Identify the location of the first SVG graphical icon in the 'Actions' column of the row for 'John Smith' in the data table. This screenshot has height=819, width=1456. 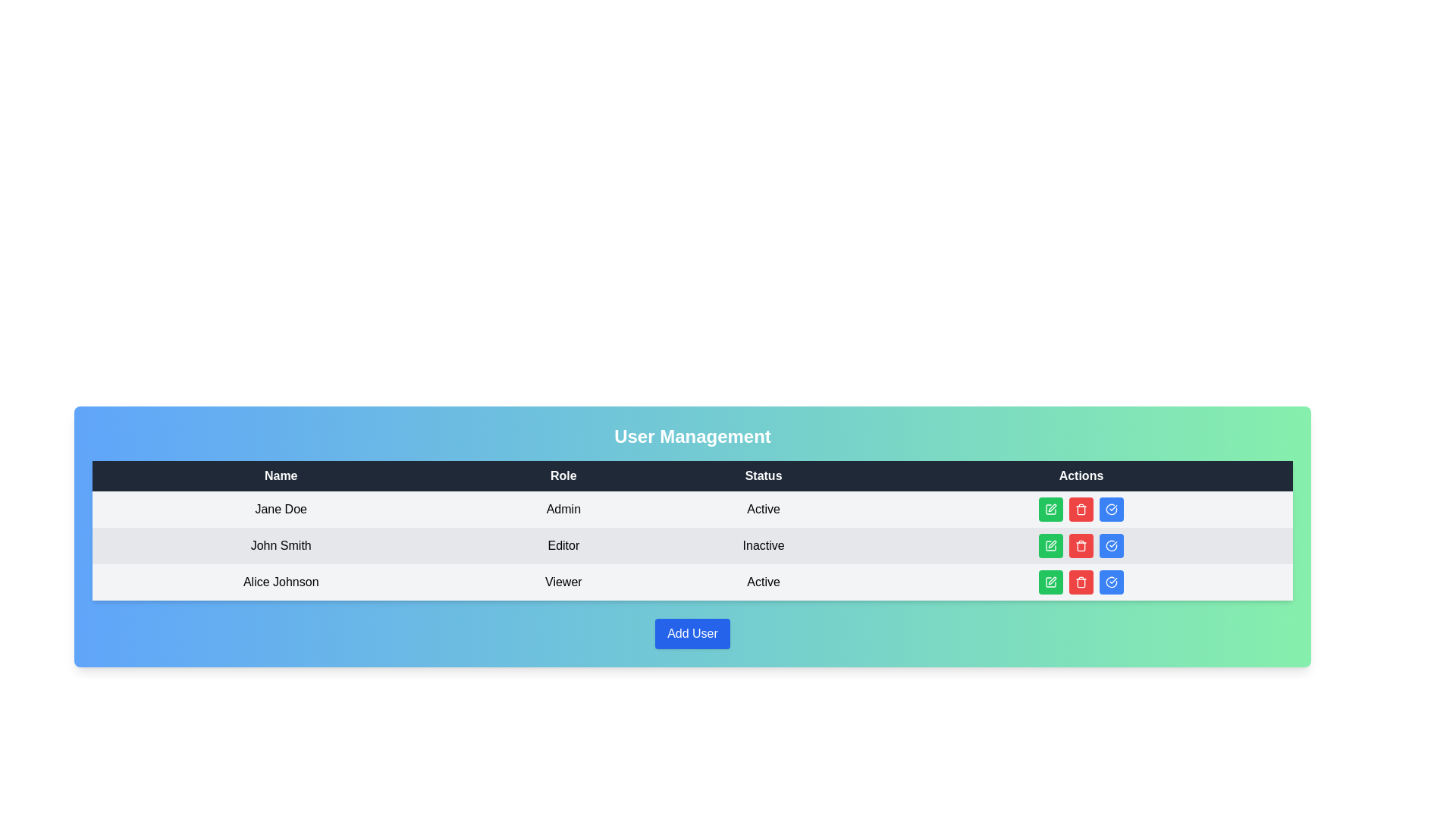
(1050, 509).